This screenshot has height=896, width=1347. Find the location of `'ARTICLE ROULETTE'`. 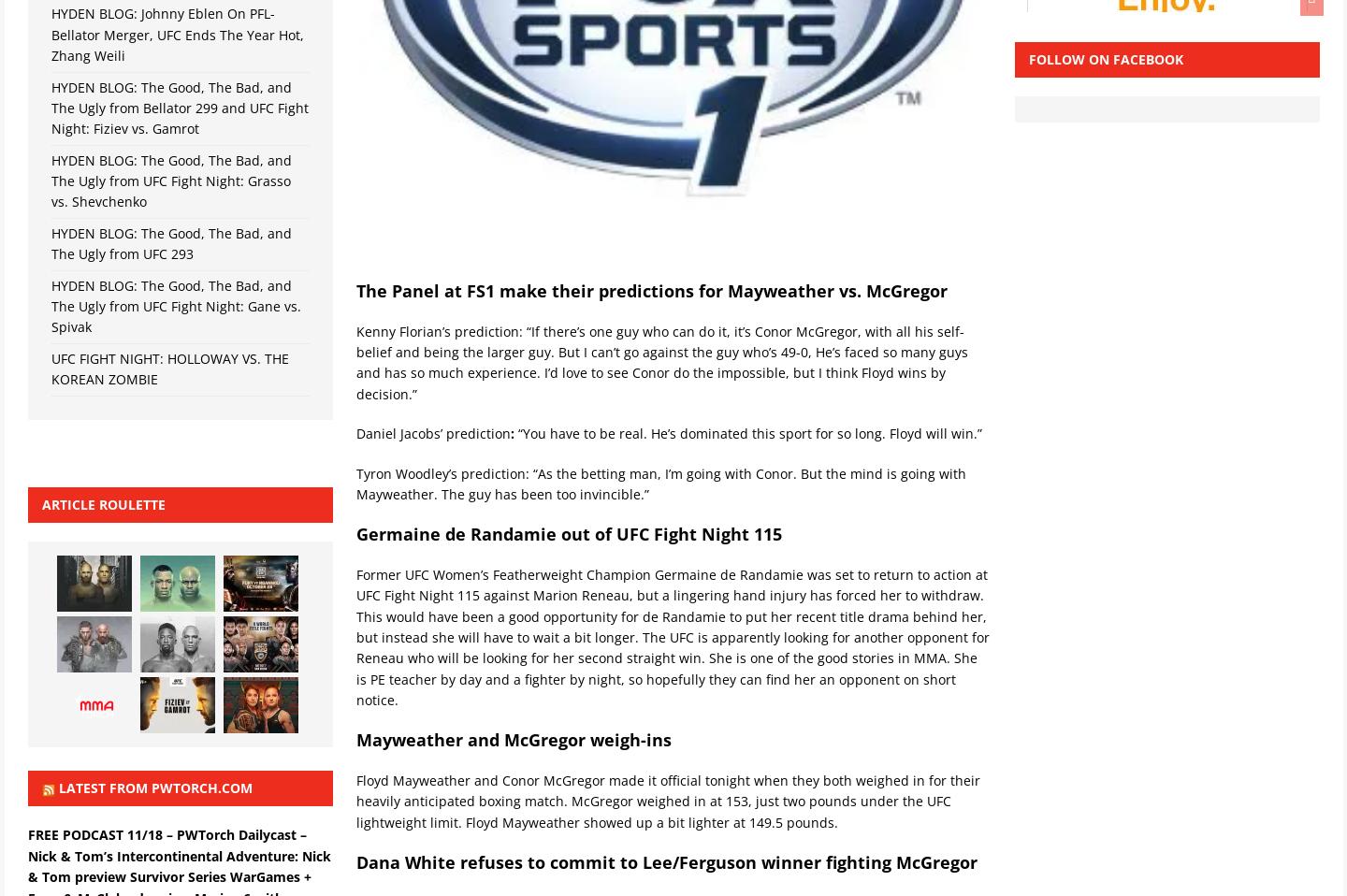

'ARTICLE ROULETTE' is located at coordinates (103, 503).